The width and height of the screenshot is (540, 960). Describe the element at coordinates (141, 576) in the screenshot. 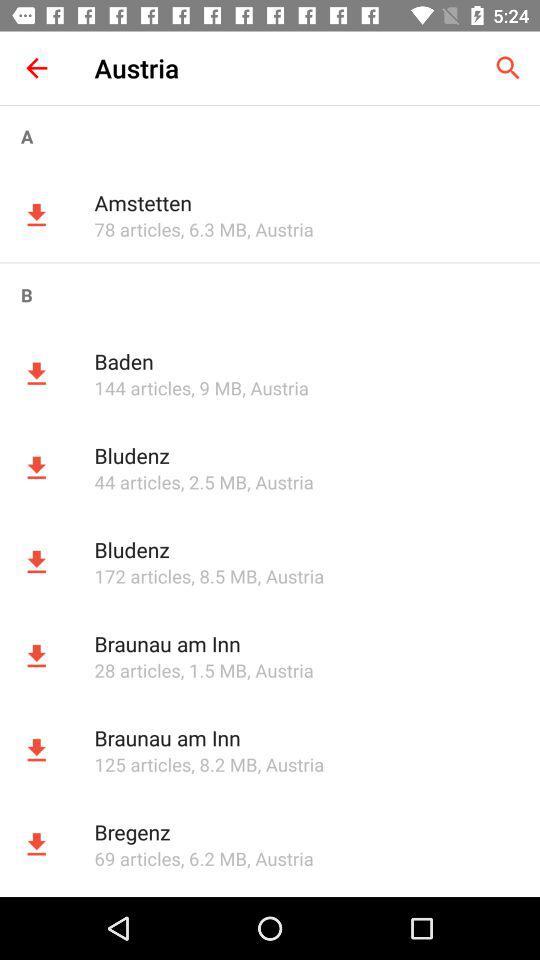

I see `icon to the left of the , 8.5 mb` at that location.